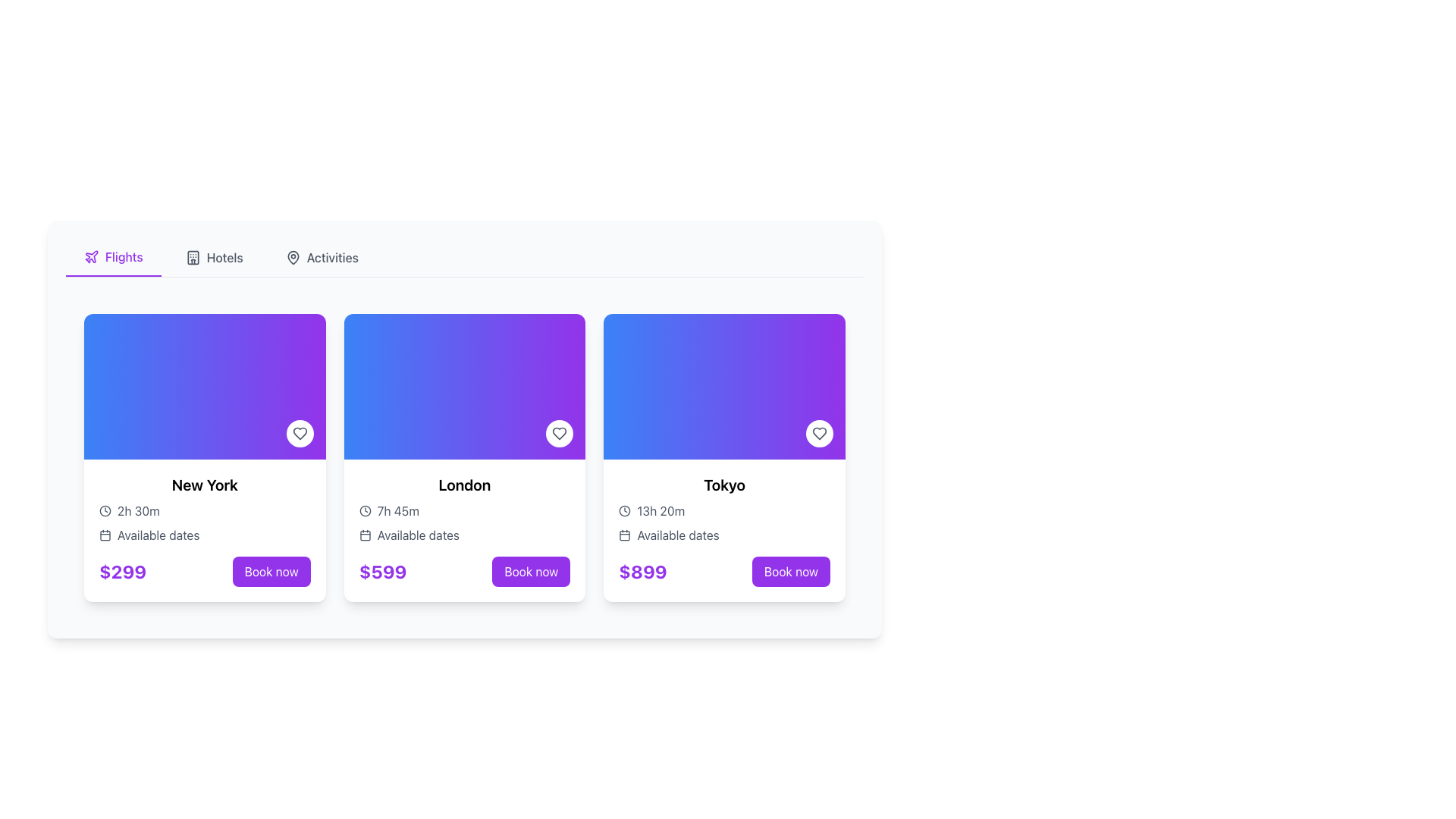  Describe the element at coordinates (677, 534) in the screenshot. I see `the text label indicating the availability of dates for the Tokyo trip, which is located below the duration text '13h 20m' and to the right of the calendar icon` at that location.